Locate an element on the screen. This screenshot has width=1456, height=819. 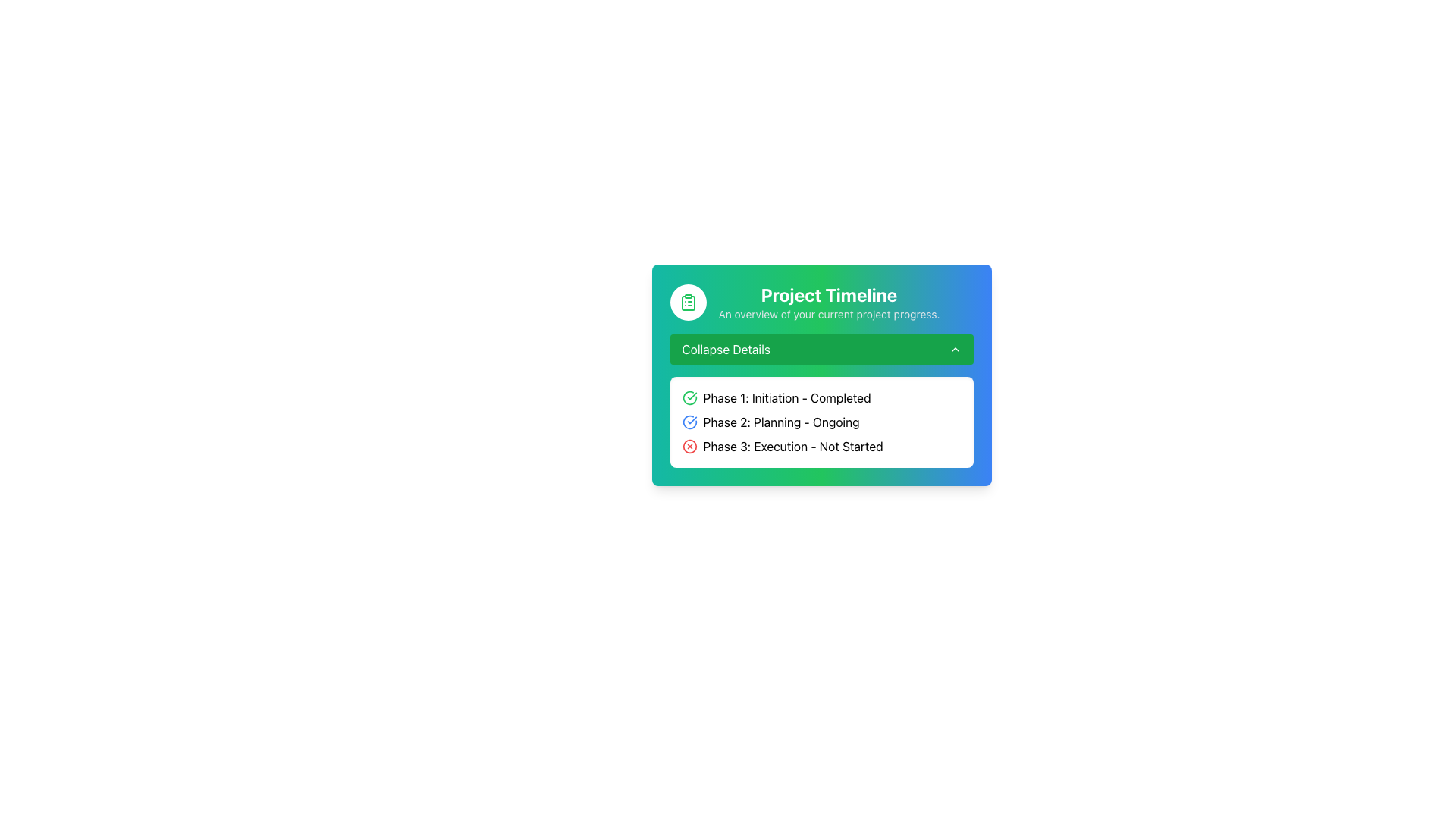
text label displaying 'Phase 3: Execution - Not Started' to understand the phase status is located at coordinates (792, 446).